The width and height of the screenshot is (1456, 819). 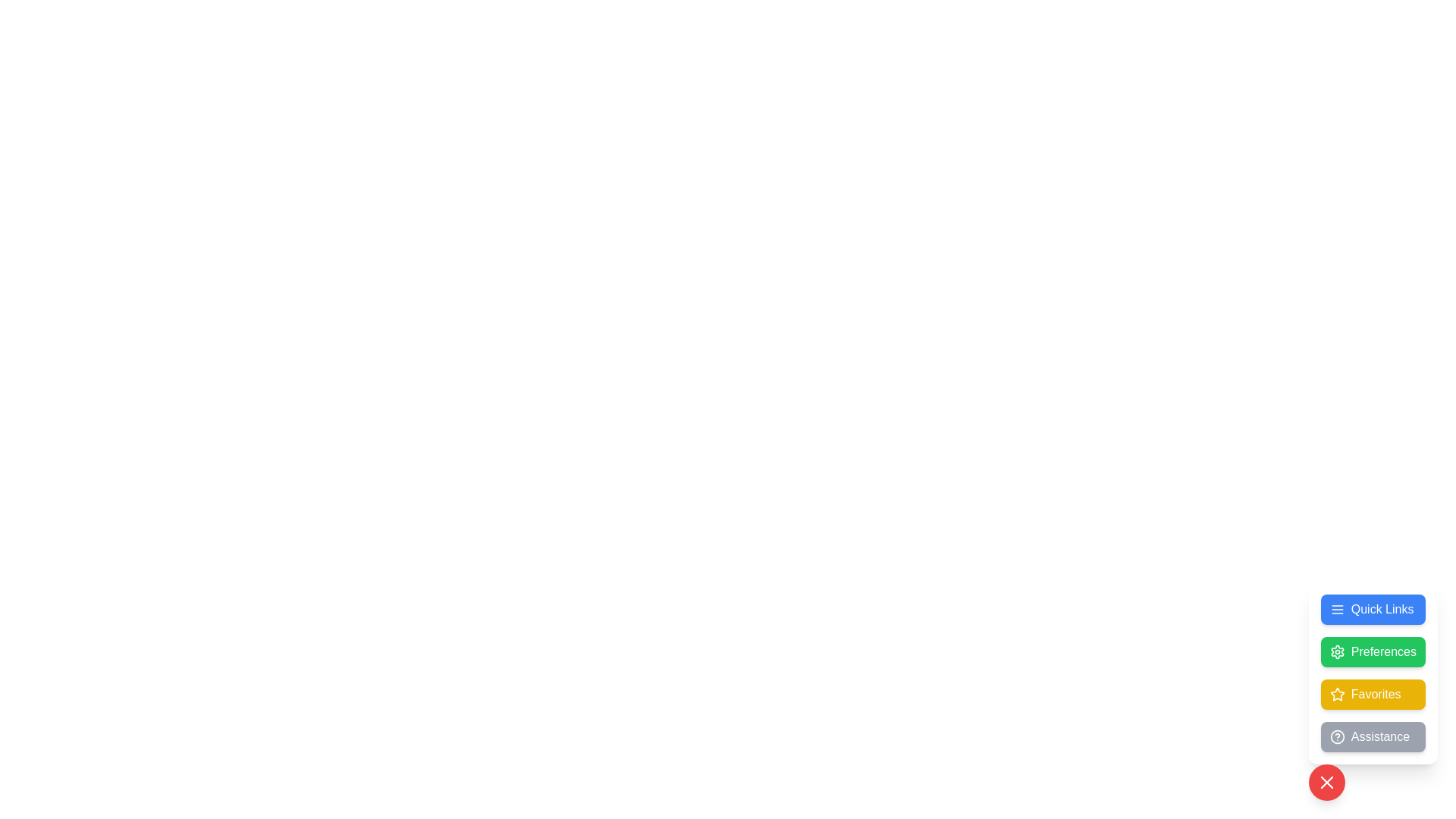 What do you see at coordinates (1373, 651) in the screenshot?
I see `the green rounded rectangle button with white text and a settings gear icon, located second from the top in the vertical stack of buttons` at bounding box center [1373, 651].